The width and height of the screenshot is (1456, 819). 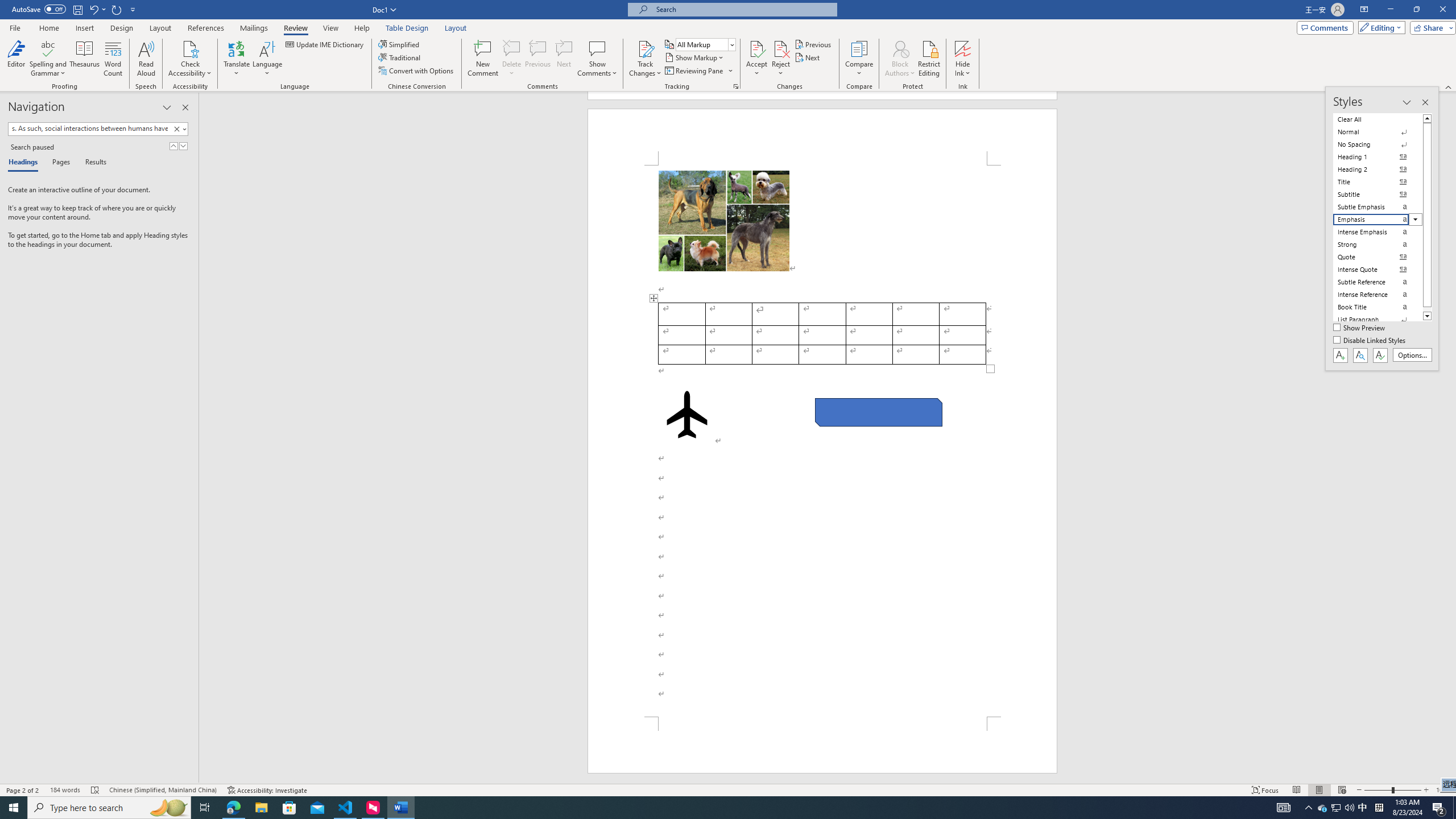 What do you see at coordinates (400, 56) in the screenshot?
I see `'Traditional'` at bounding box center [400, 56].